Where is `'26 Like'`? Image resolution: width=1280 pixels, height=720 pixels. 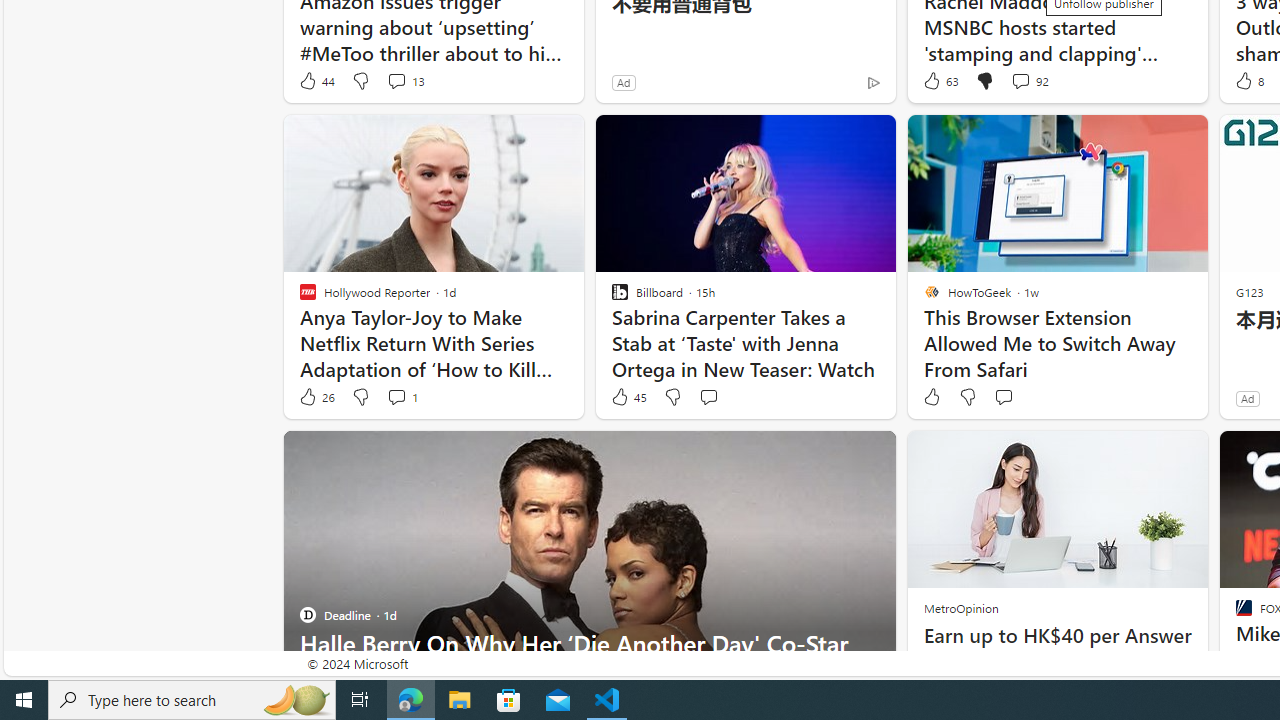 '26 Like' is located at coordinates (315, 397).